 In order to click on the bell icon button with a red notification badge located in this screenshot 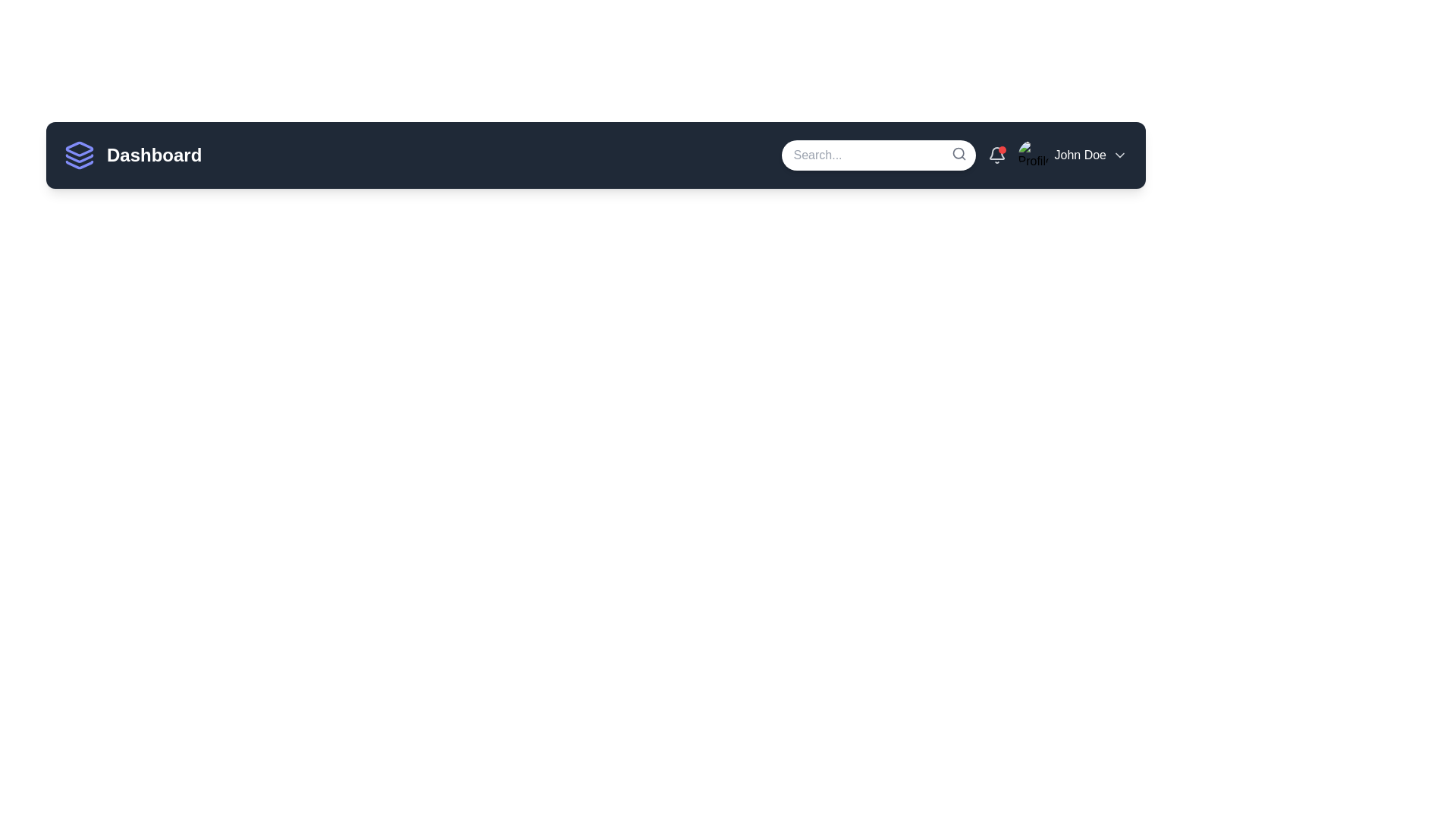, I will do `click(996, 155)`.